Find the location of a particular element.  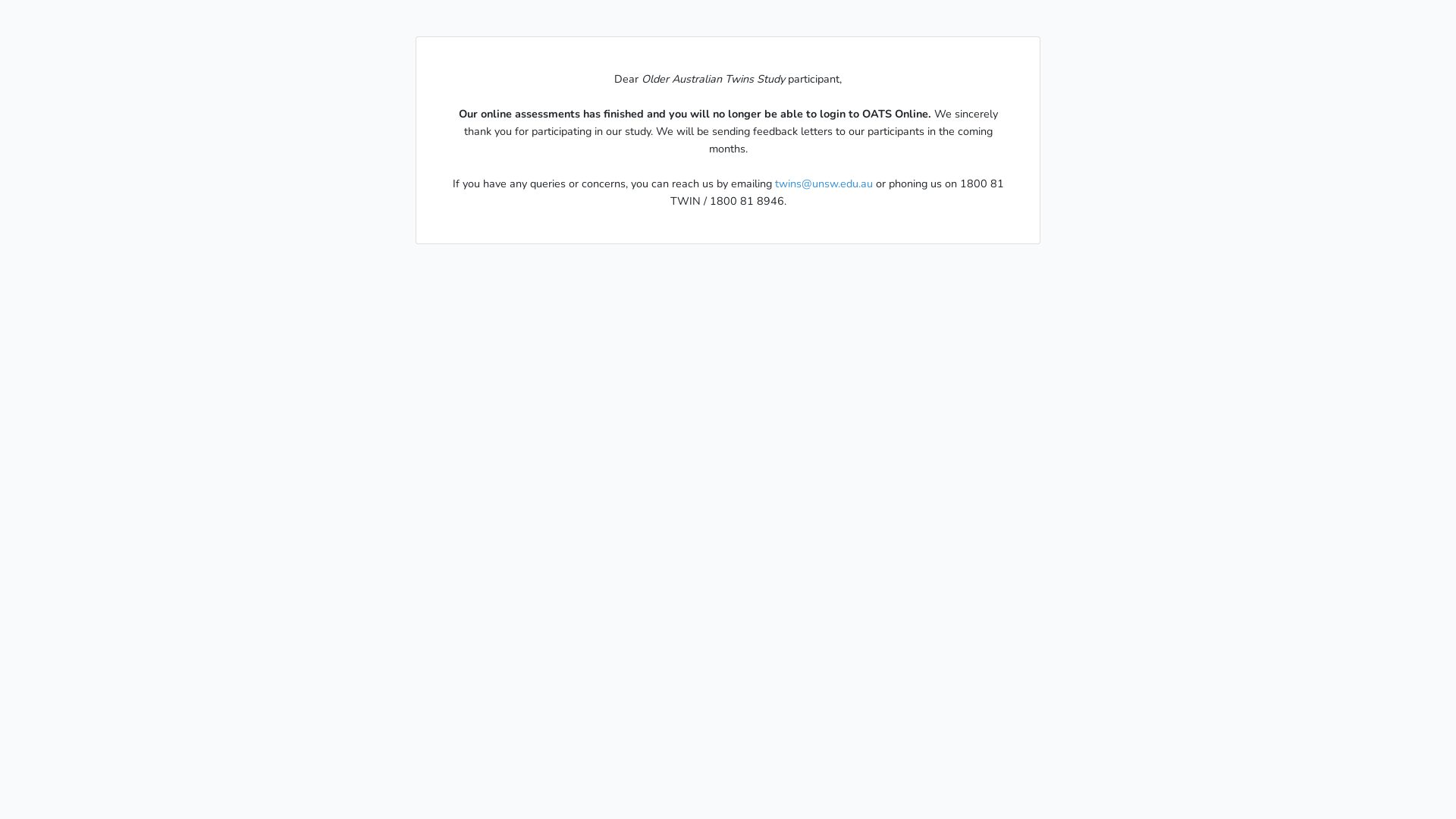

'twins@unsw.edu.au' is located at coordinates (823, 183).